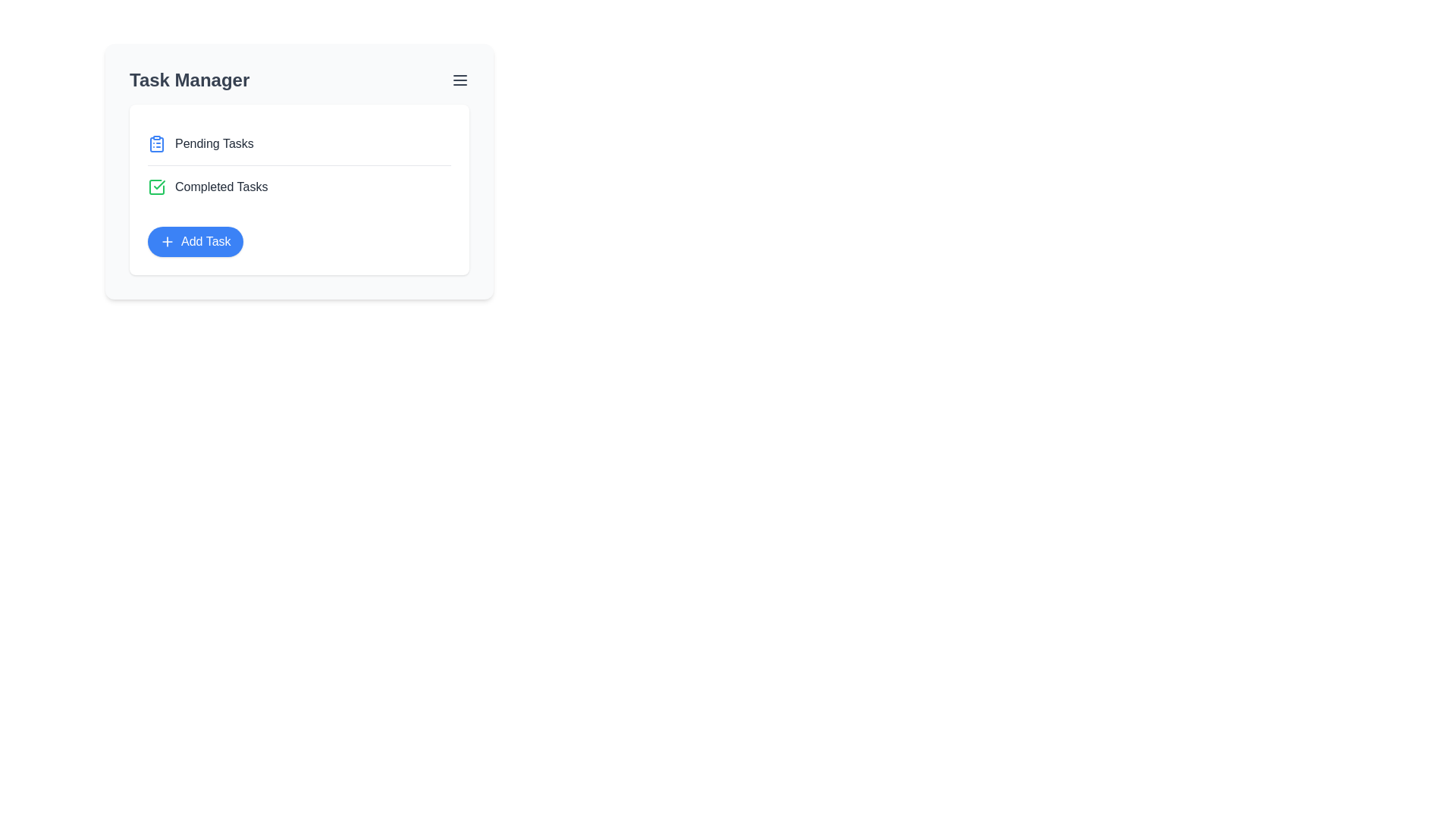 The image size is (1456, 819). What do you see at coordinates (299, 143) in the screenshot?
I see `the 'Pending Tasks' item in the menu` at bounding box center [299, 143].